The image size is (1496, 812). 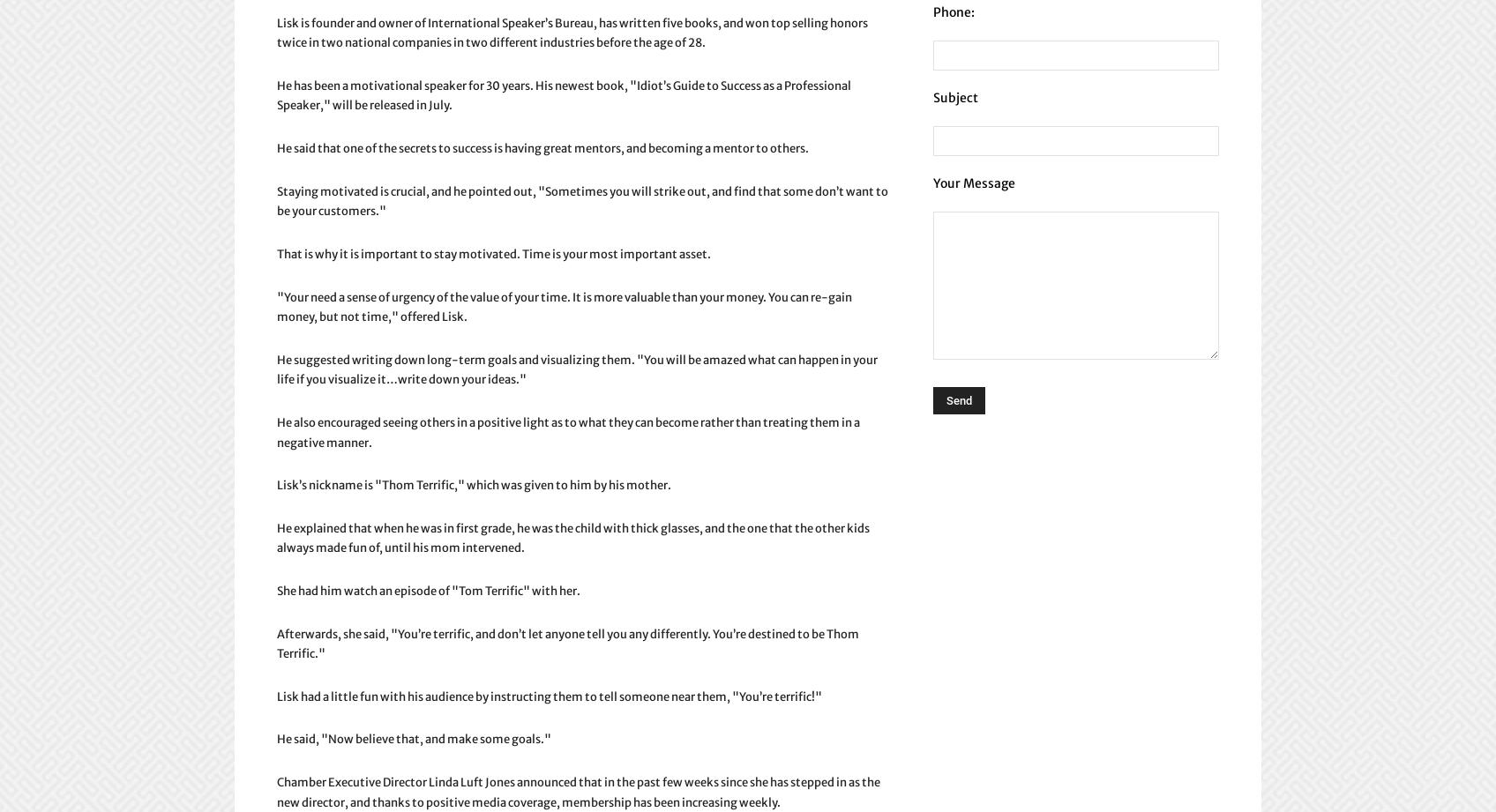 What do you see at coordinates (429, 591) in the screenshot?
I see `'She had him watch an episode of "Tom Terrific" with her.'` at bounding box center [429, 591].